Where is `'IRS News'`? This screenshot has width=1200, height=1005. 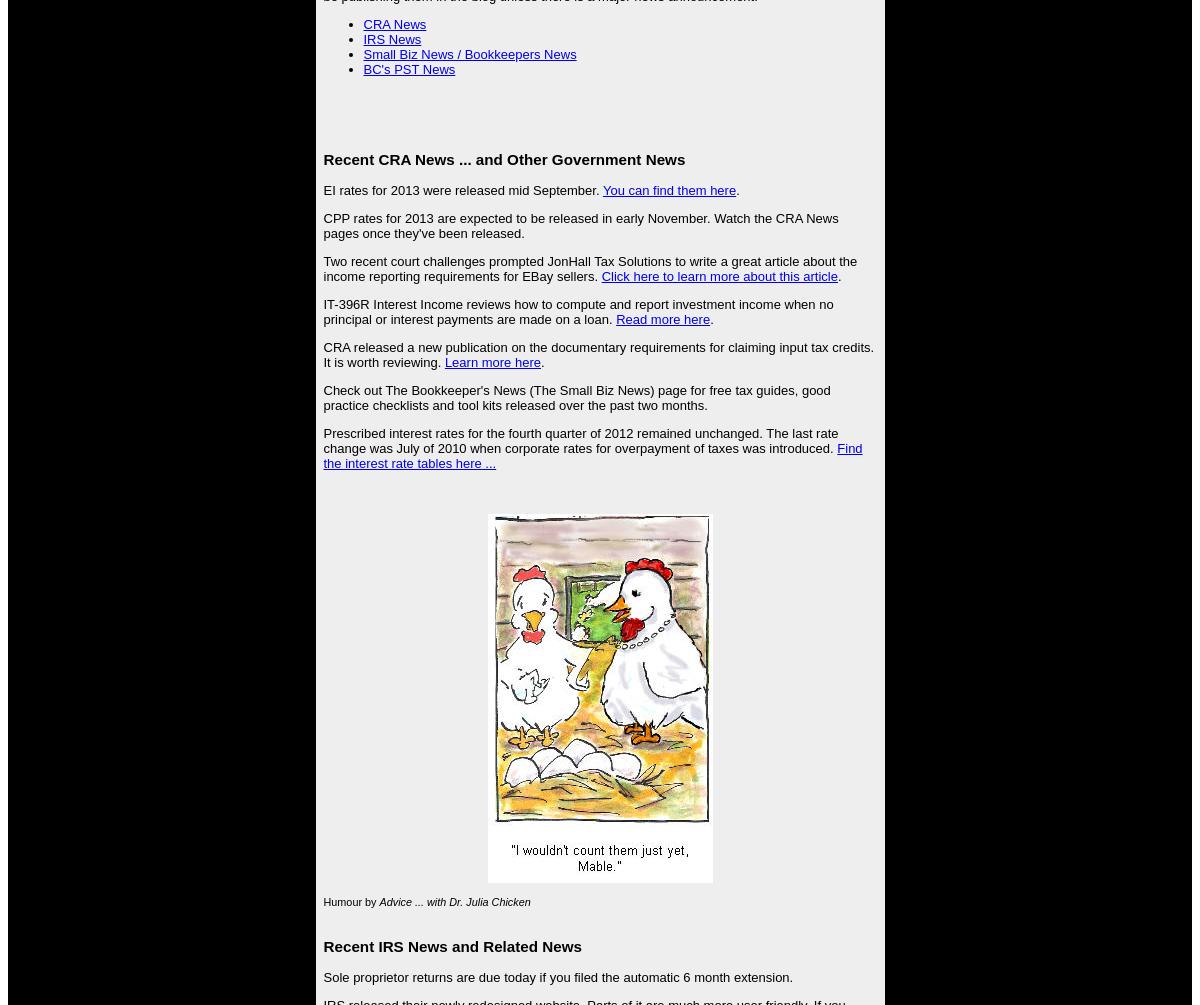
'IRS News' is located at coordinates (392, 39).